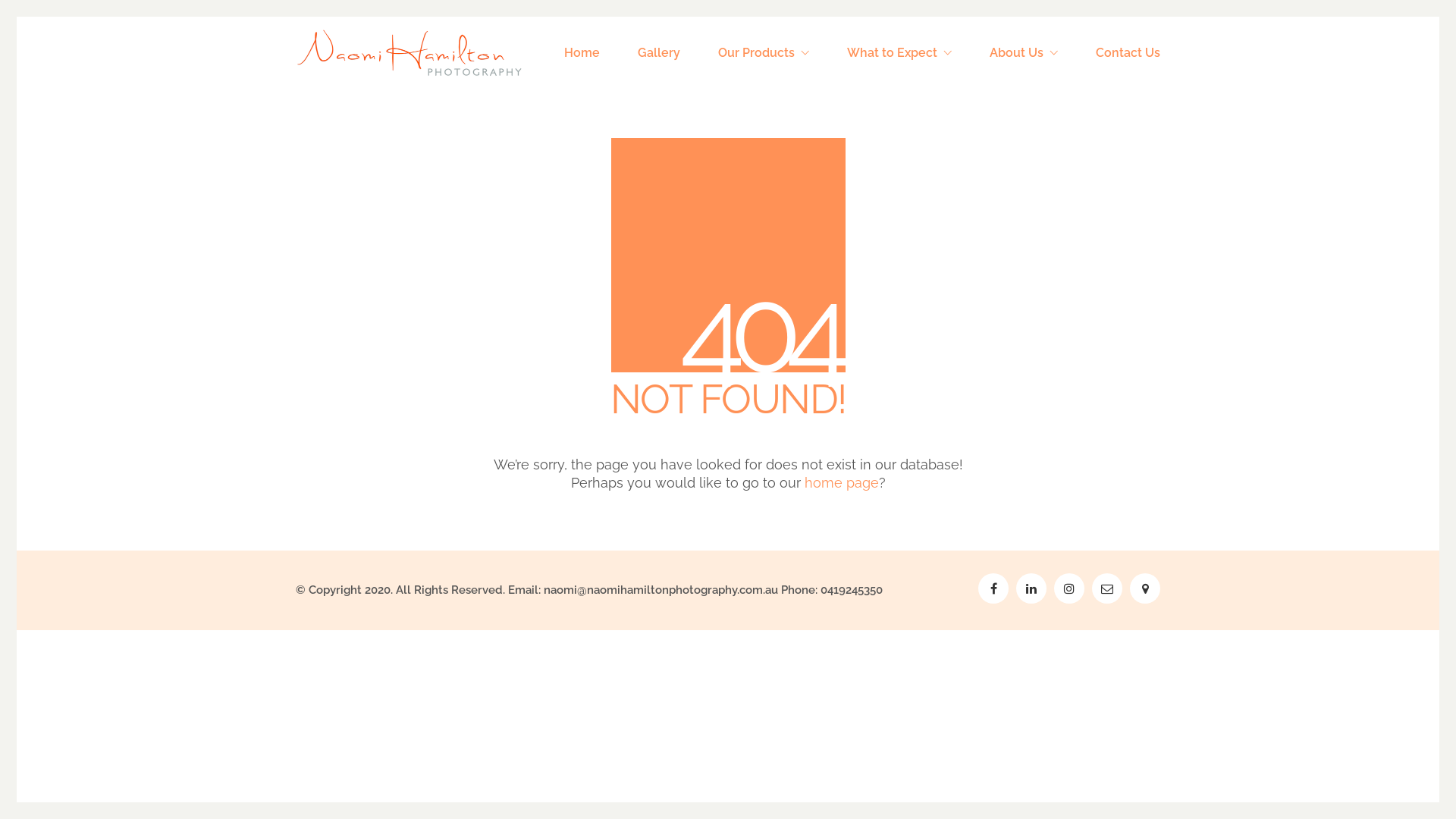 Image resolution: width=1456 pixels, height=819 pixels. I want to click on 'home page', so click(839, 482).